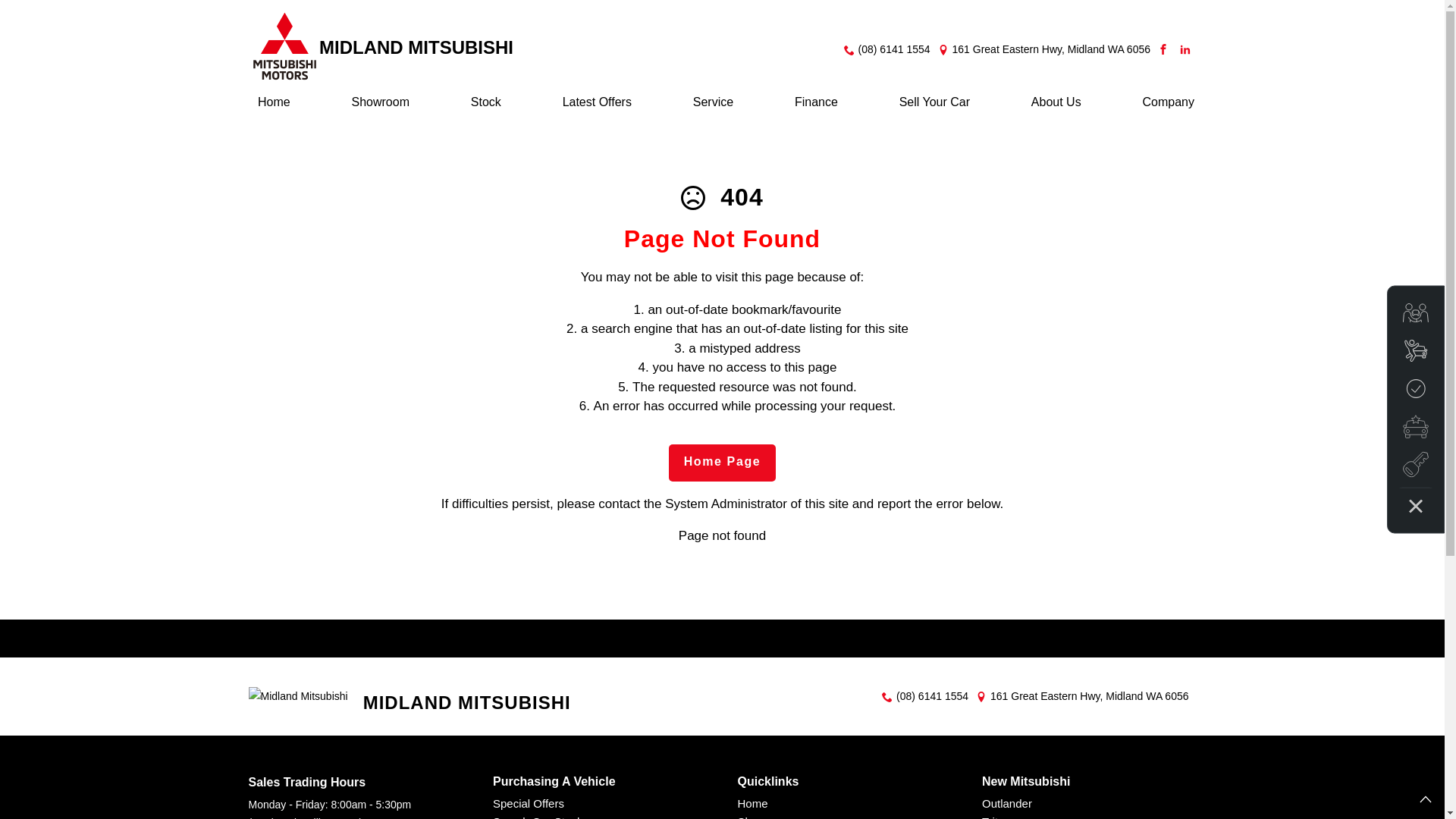 This screenshot has width=1456, height=819. Describe the element at coordinates (381, 107) in the screenshot. I see `'Showroom'` at that location.